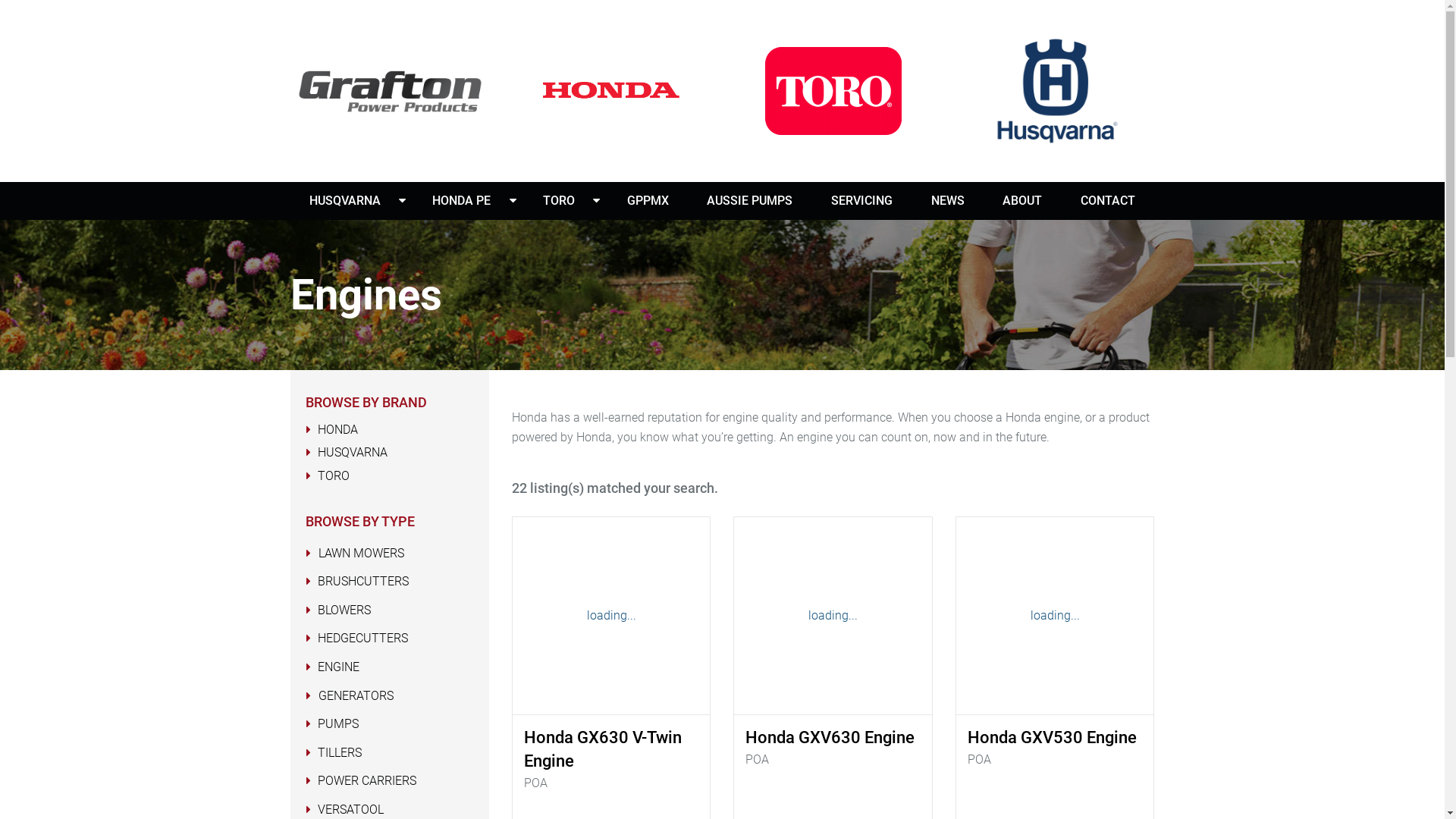  What do you see at coordinates (822, 200) in the screenshot?
I see `'SERVICING'` at bounding box center [822, 200].